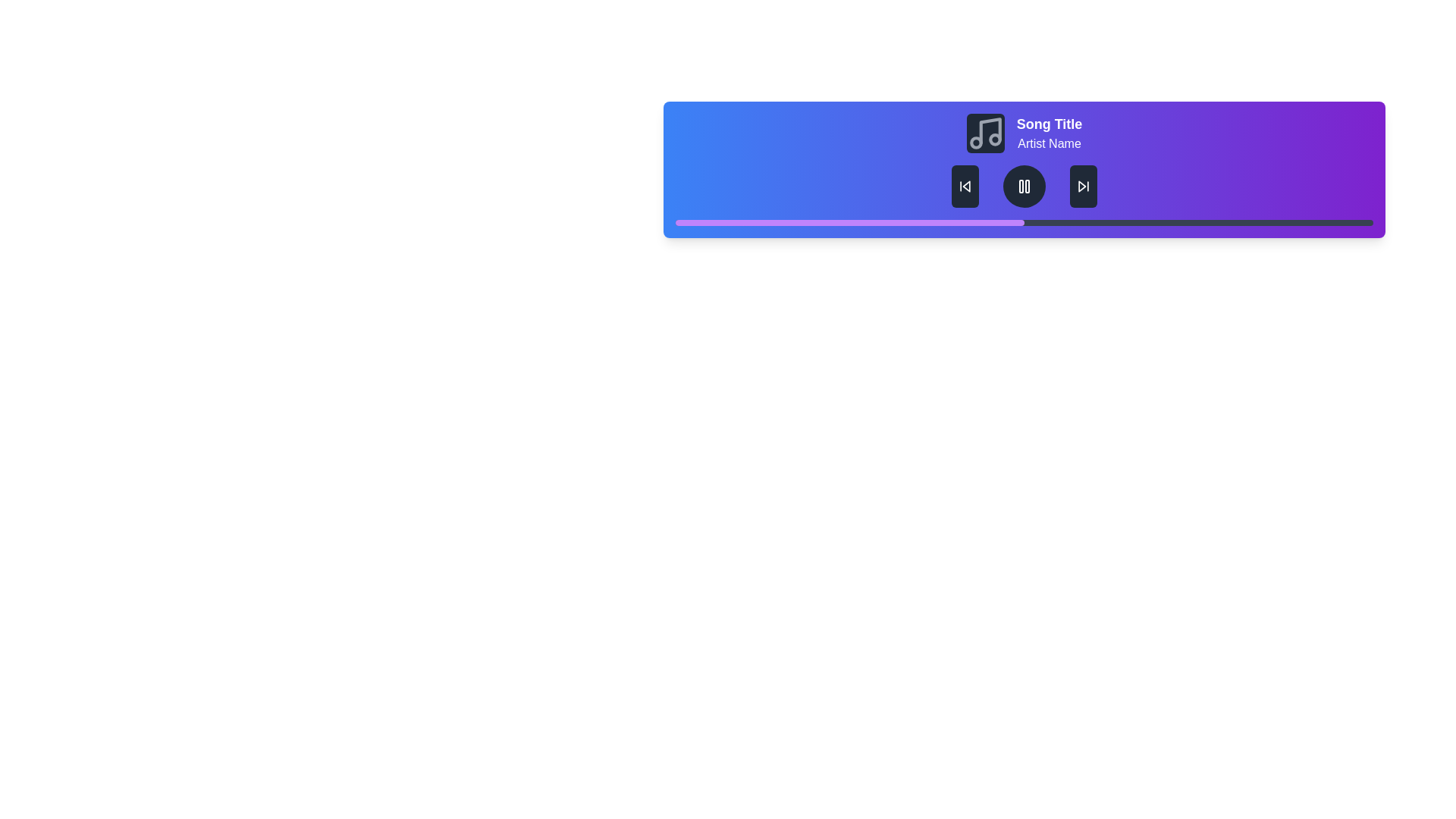  Describe the element at coordinates (1024, 133) in the screenshot. I see `the displayed information in the Text Label that shows the currently playing track's name and artist, located above the playback controls` at that location.